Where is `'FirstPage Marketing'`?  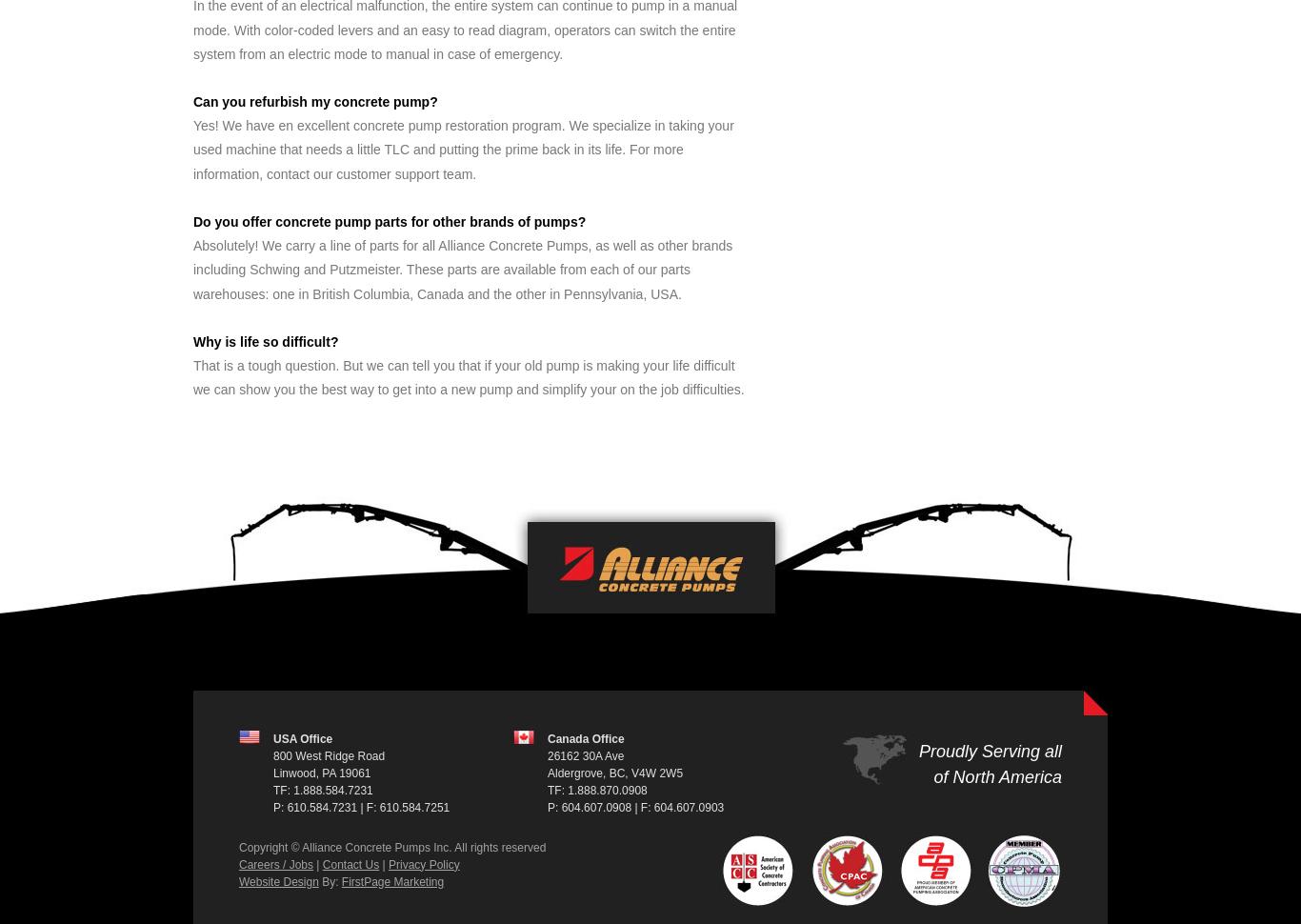 'FirstPage Marketing' is located at coordinates (340, 879).